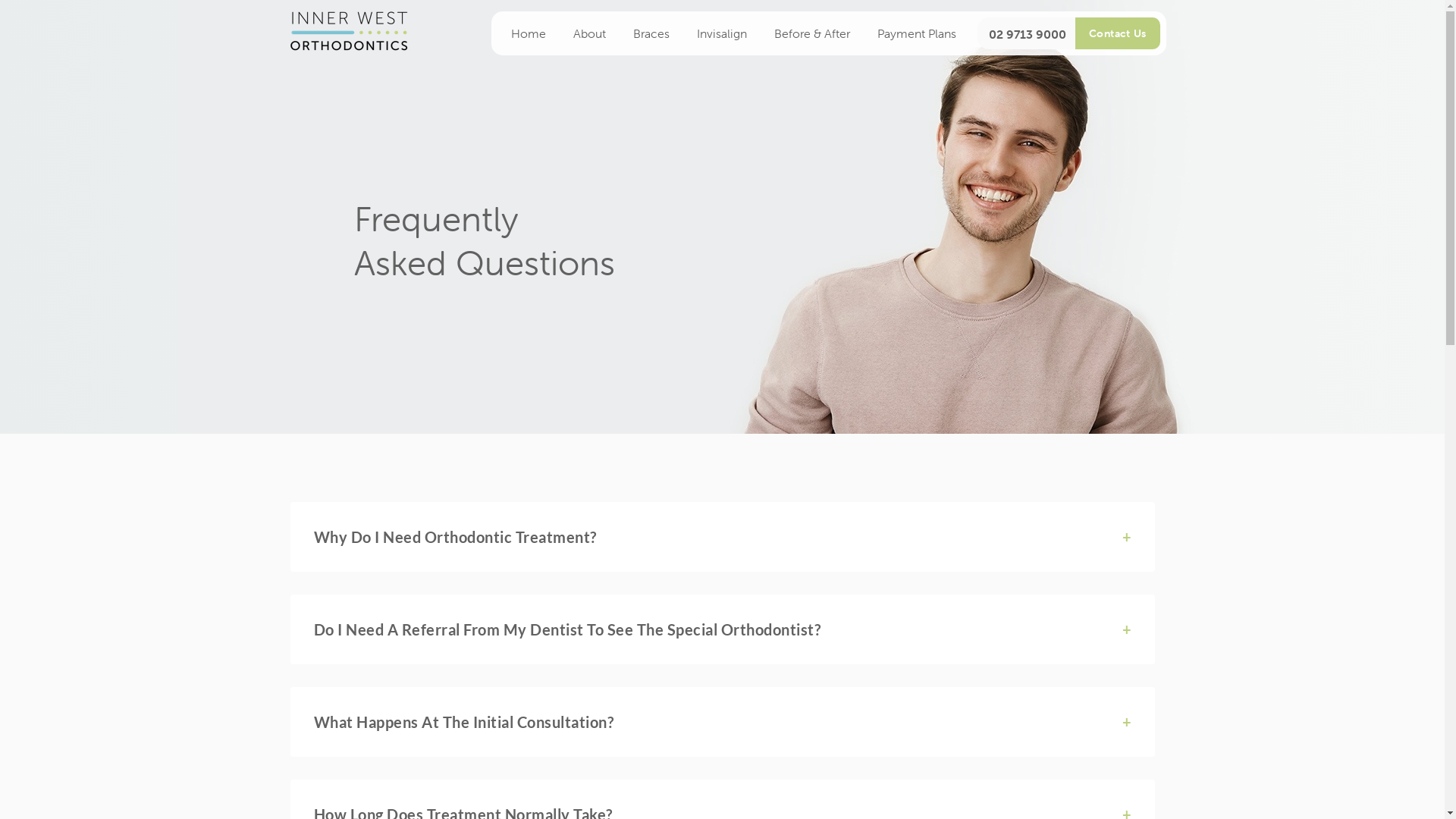  Describe the element at coordinates (1024, 34) in the screenshot. I see `'02 9713 9000'` at that location.